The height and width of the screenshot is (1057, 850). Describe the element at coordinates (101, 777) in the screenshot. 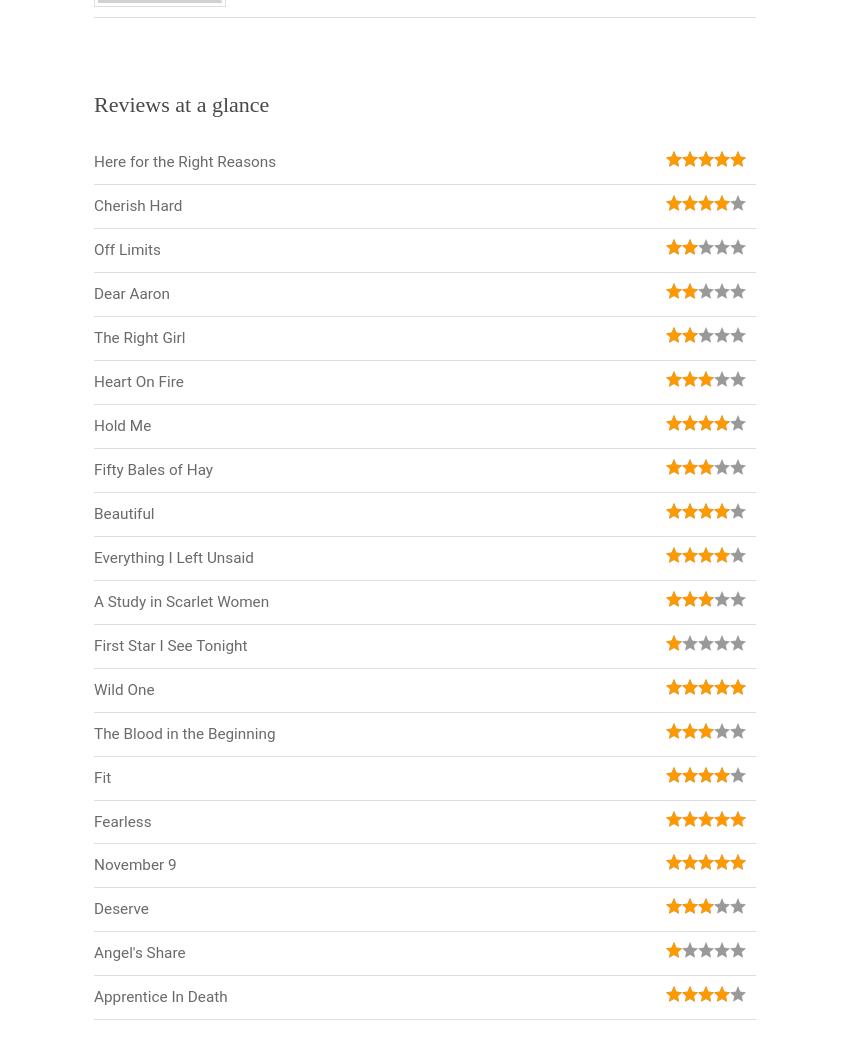

I see `'Fit'` at that location.